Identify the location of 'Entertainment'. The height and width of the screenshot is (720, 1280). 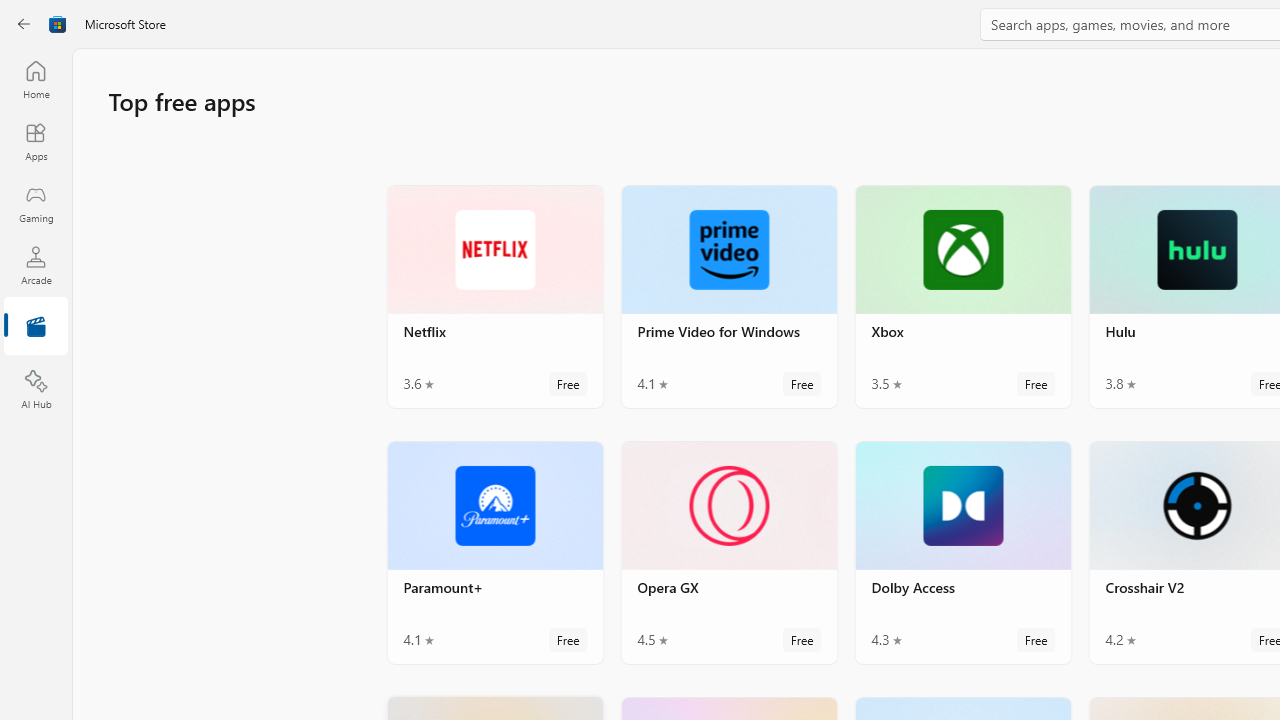
(35, 326).